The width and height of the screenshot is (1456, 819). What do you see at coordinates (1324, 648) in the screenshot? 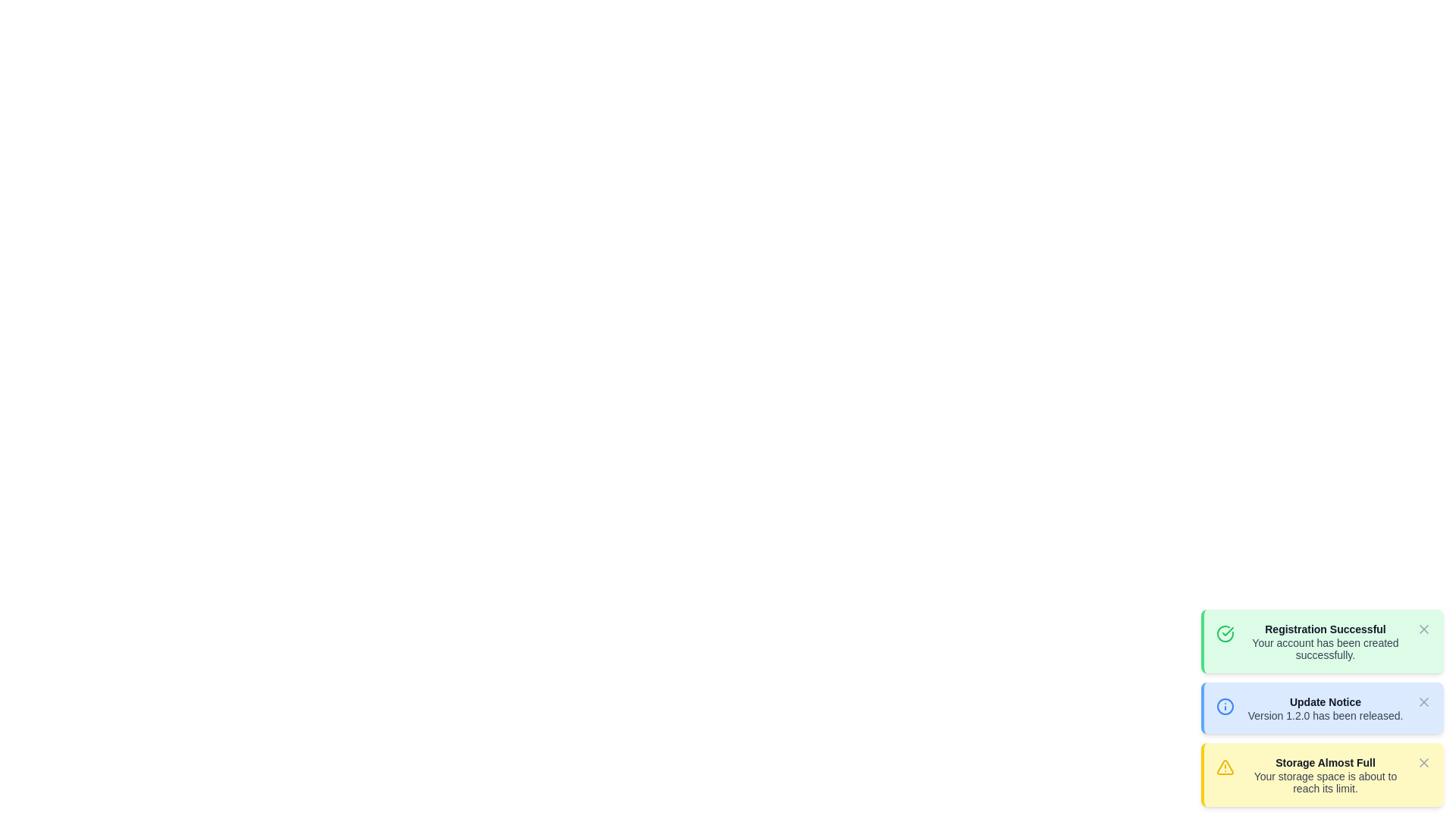
I see `the static confirmation message that informs the user their account creation was successful, located below the header 'Registration Successful' in a green notification box` at bounding box center [1324, 648].